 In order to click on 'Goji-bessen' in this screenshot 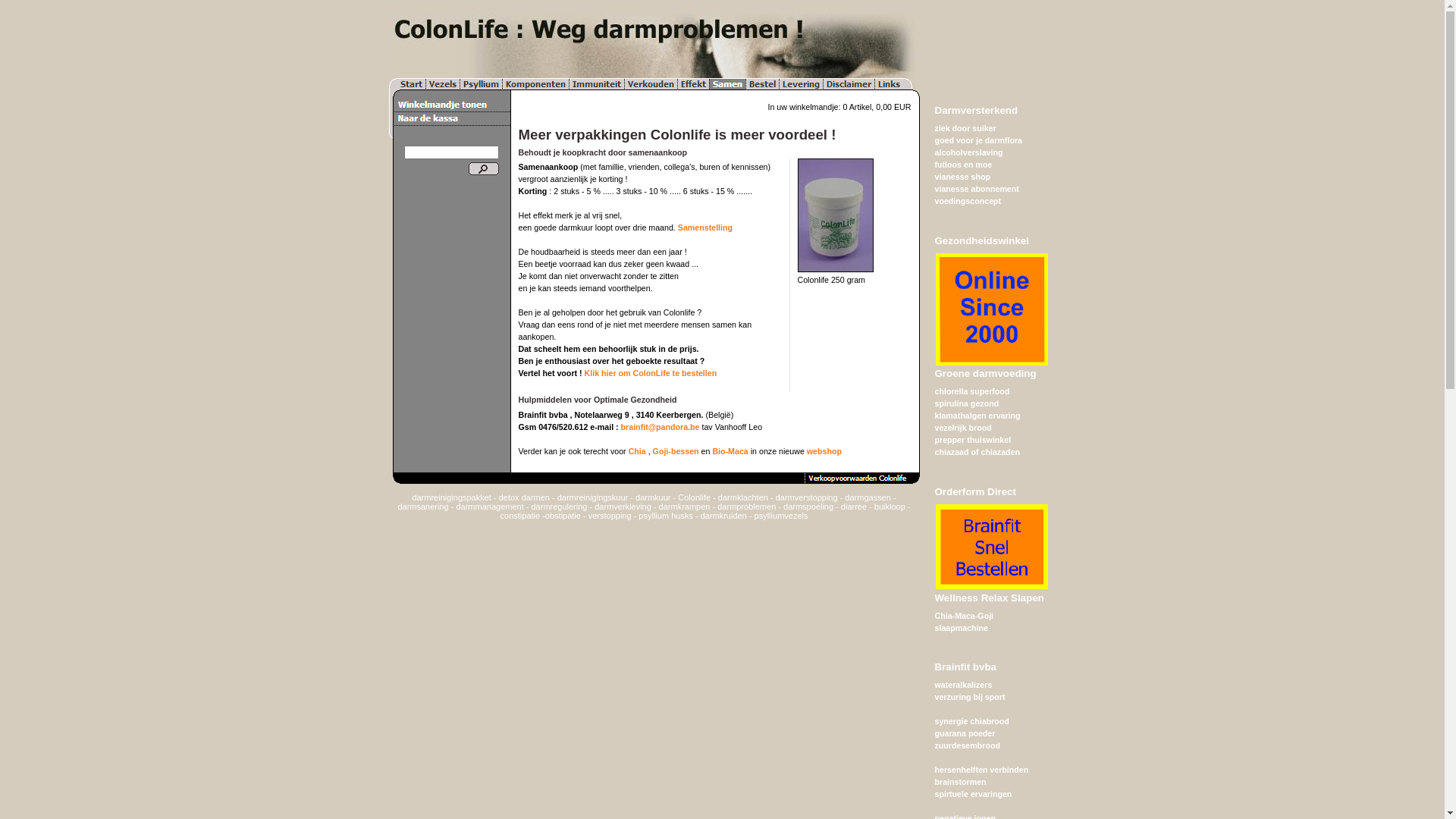, I will do `click(652, 450)`.